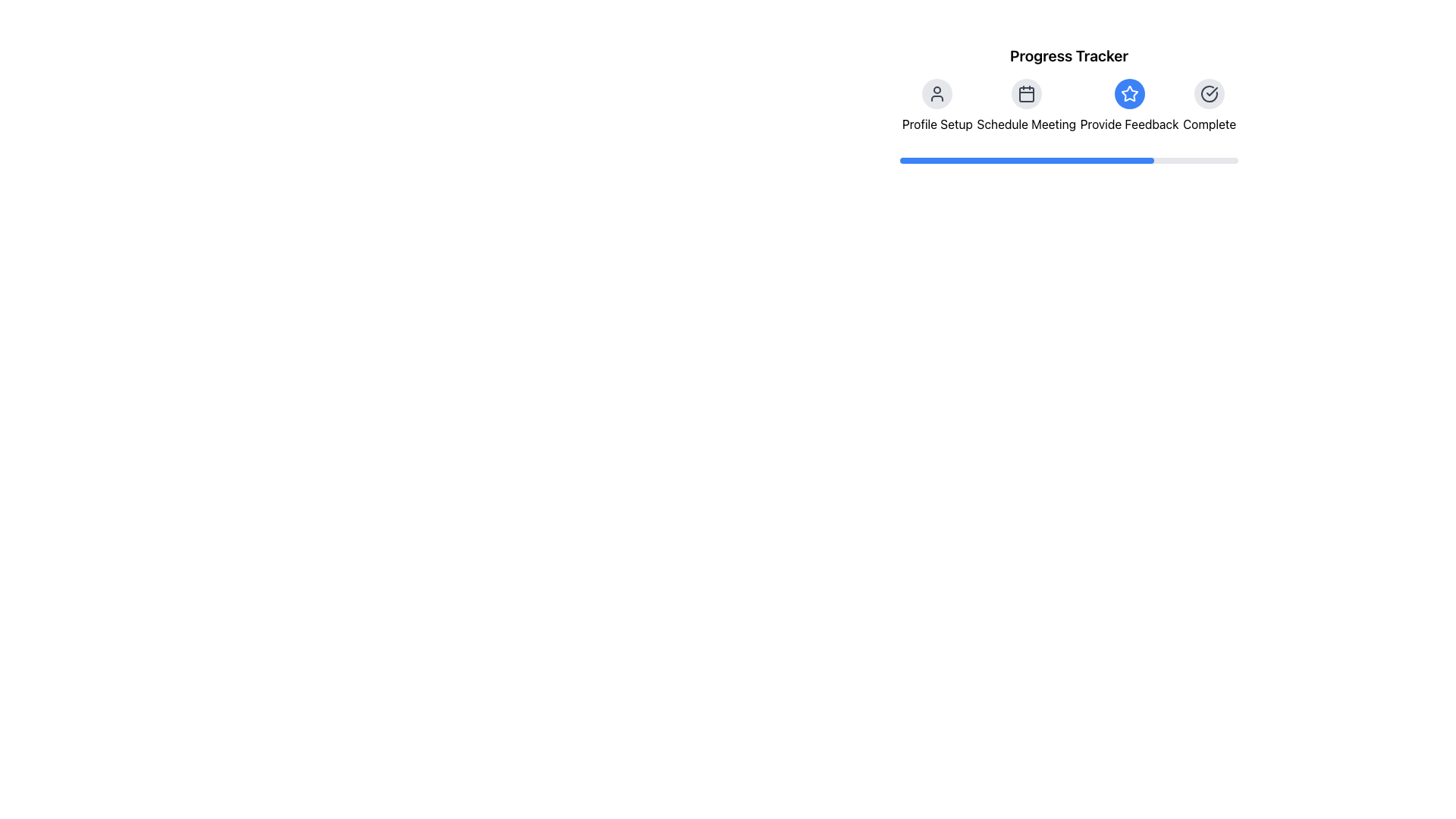 Image resolution: width=1456 pixels, height=819 pixels. I want to click on the 'Complete' step in the progress tracker, which is the final step located at the far-right of the interface, so click(1209, 105).